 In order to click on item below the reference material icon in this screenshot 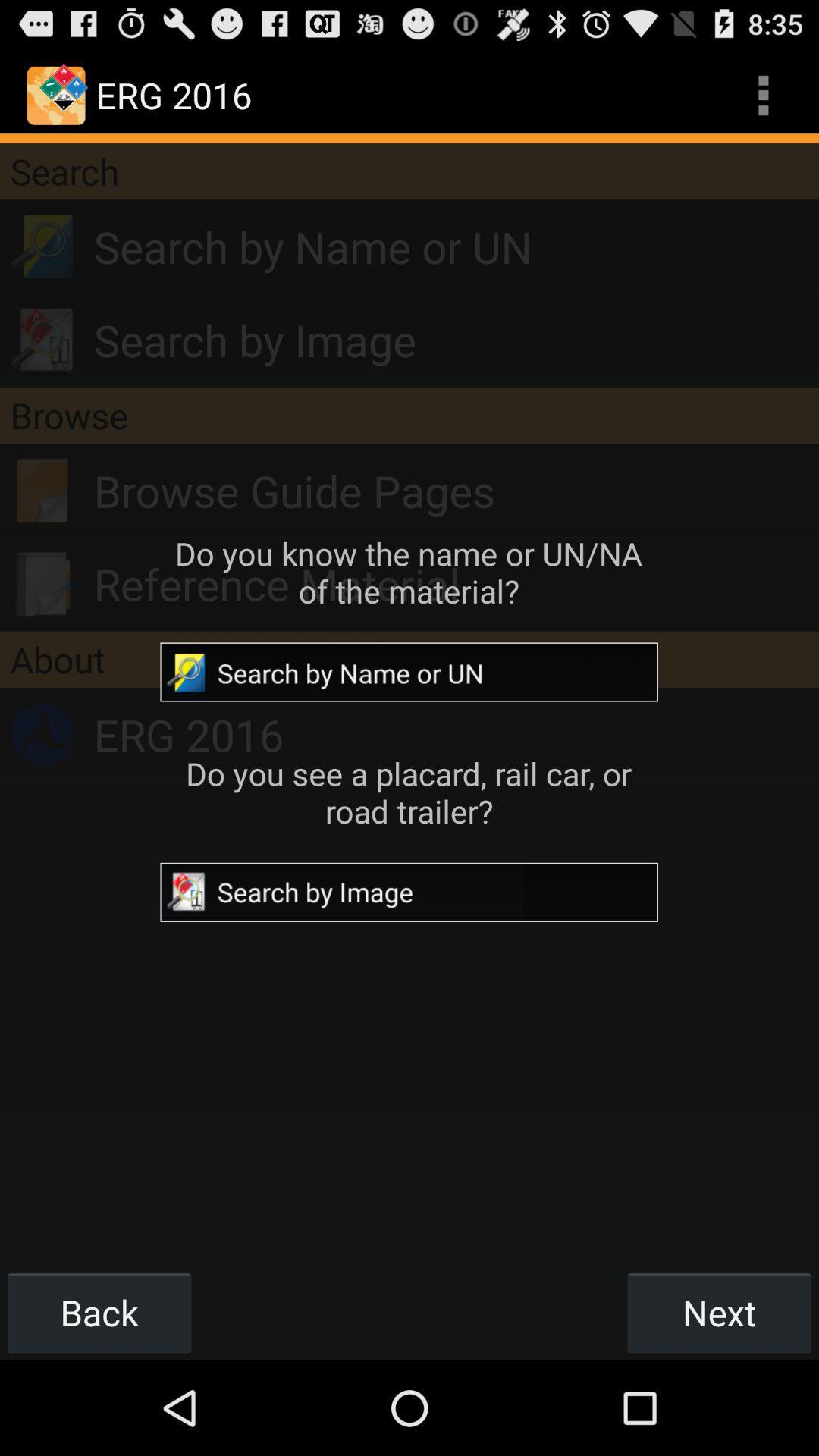, I will do `click(409, 659)`.